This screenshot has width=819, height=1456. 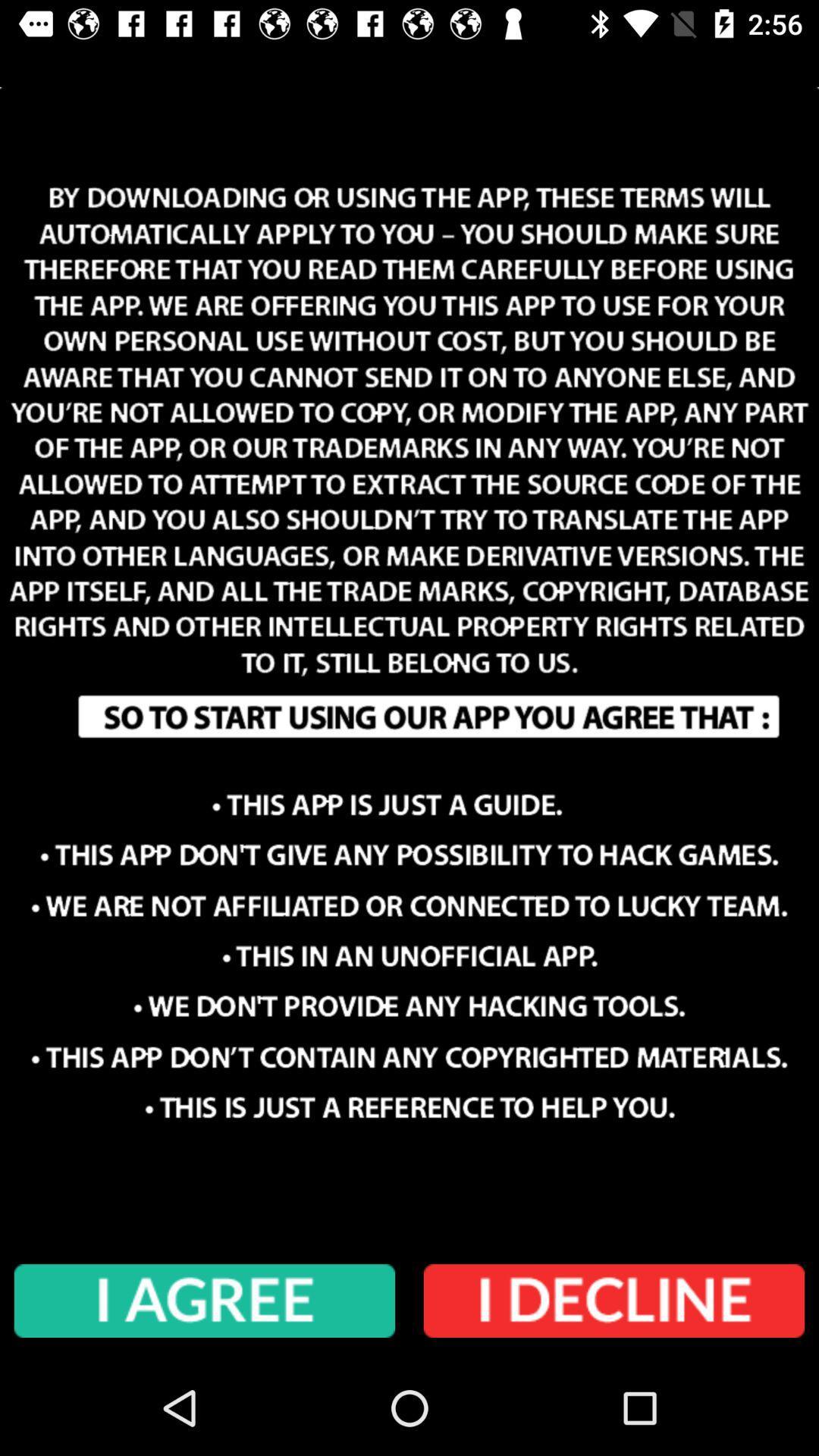 What do you see at coordinates (614, 1301) in the screenshot?
I see `decline option` at bounding box center [614, 1301].